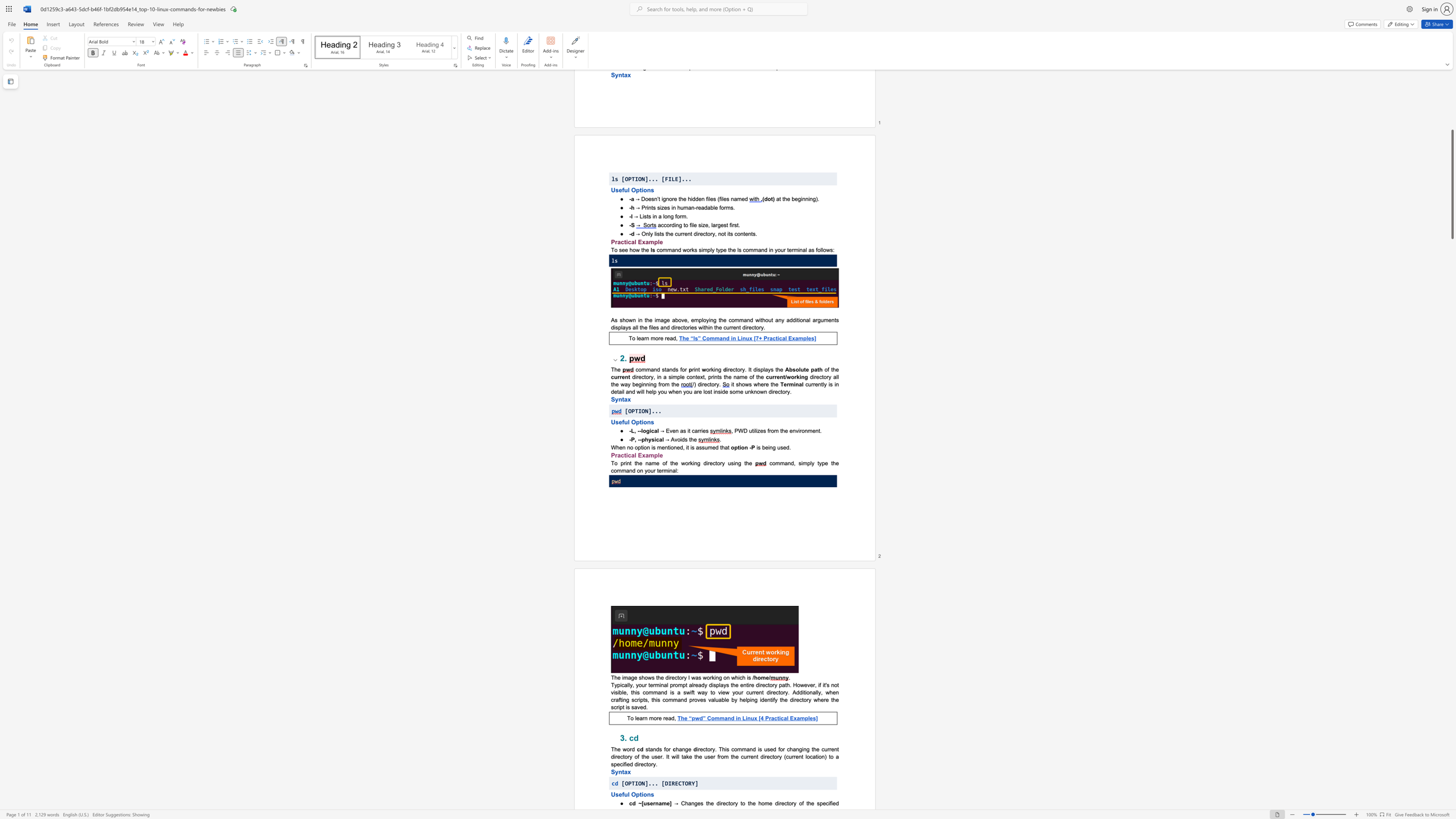 This screenshot has height=819, width=1456. What do you see at coordinates (664, 749) in the screenshot?
I see `the 1th character "f" in the text` at bounding box center [664, 749].